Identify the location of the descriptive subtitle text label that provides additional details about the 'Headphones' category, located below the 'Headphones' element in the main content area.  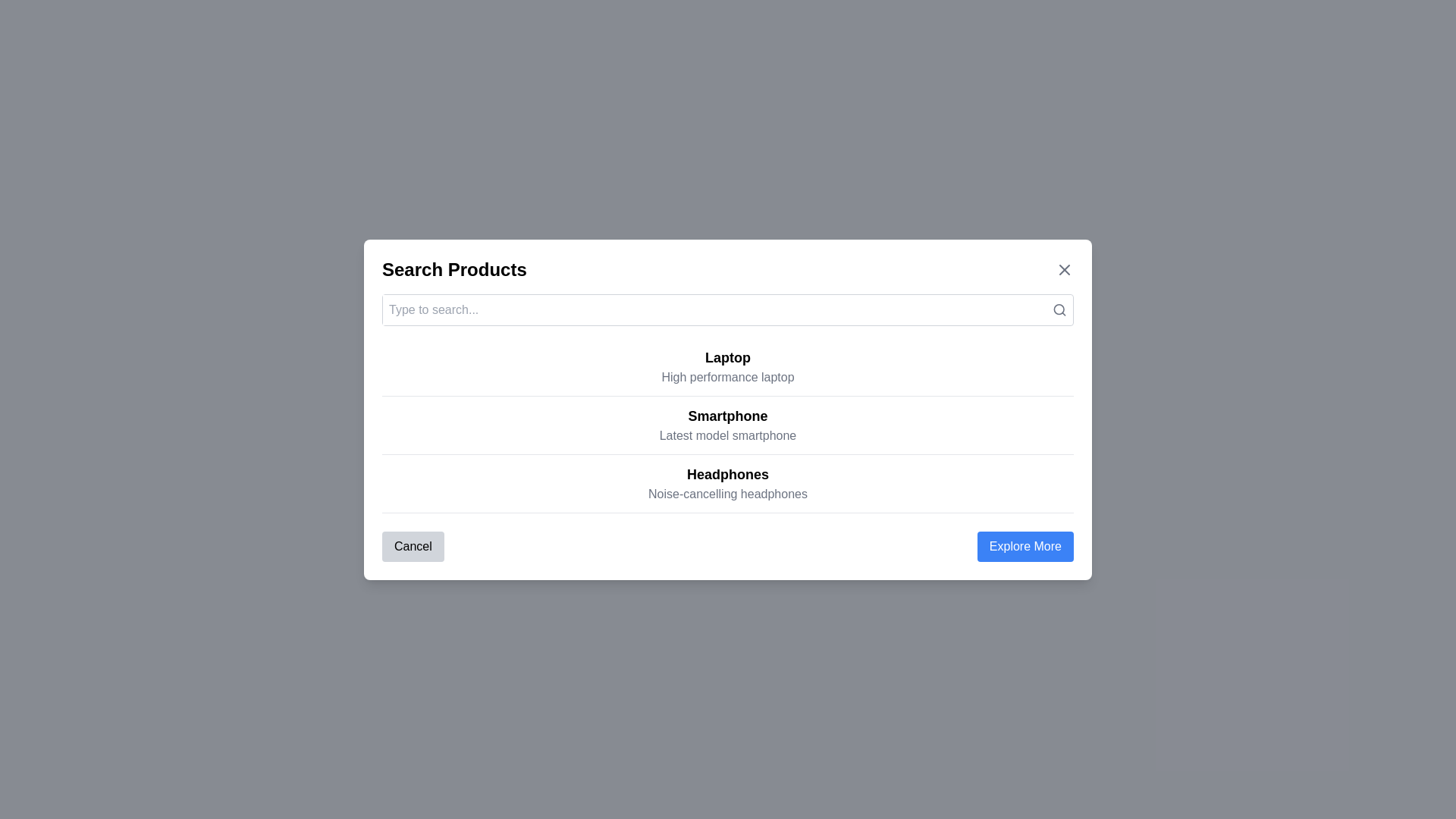
(728, 494).